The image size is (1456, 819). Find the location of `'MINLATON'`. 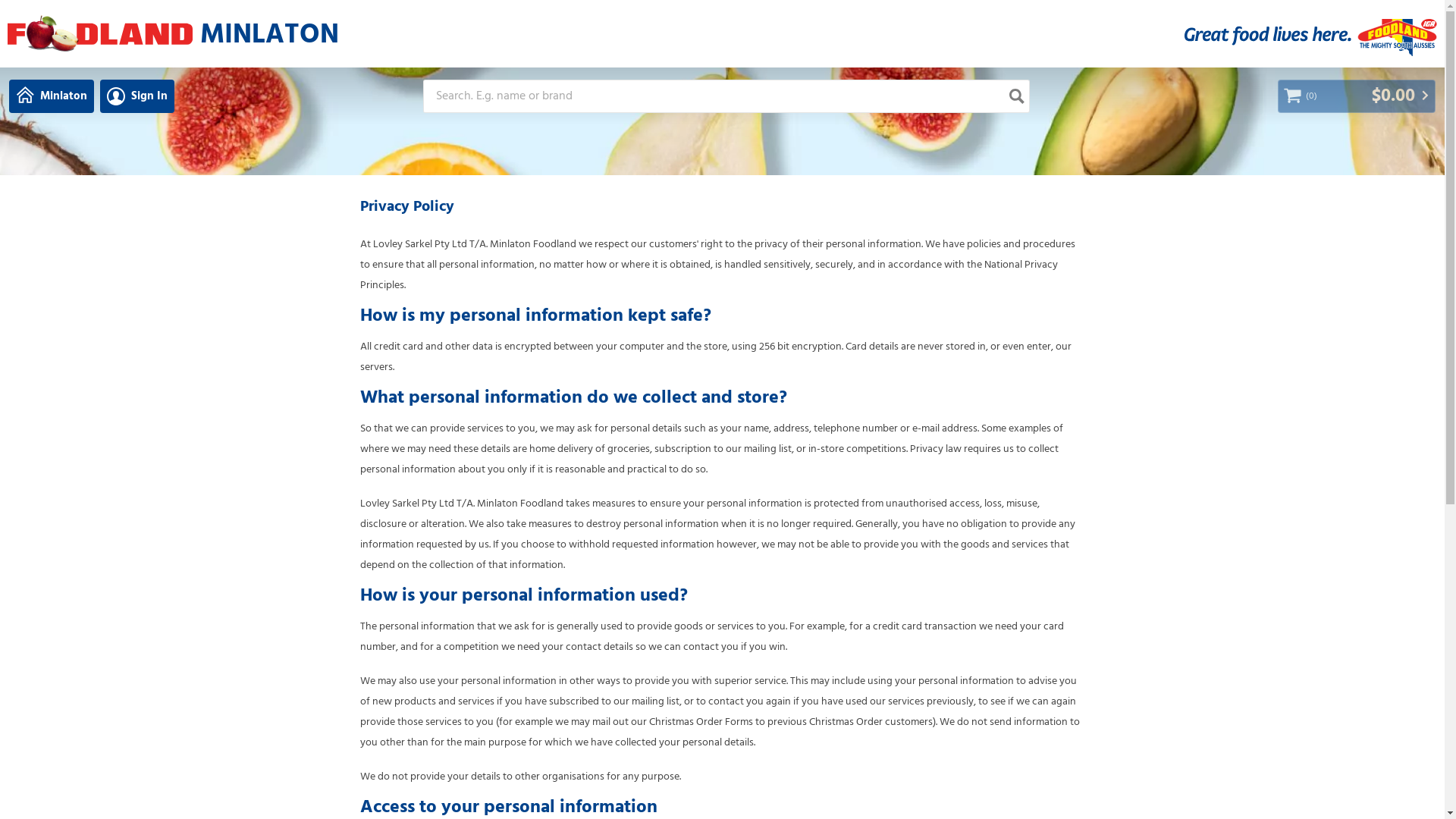

'MINLATON' is located at coordinates (262, 33).